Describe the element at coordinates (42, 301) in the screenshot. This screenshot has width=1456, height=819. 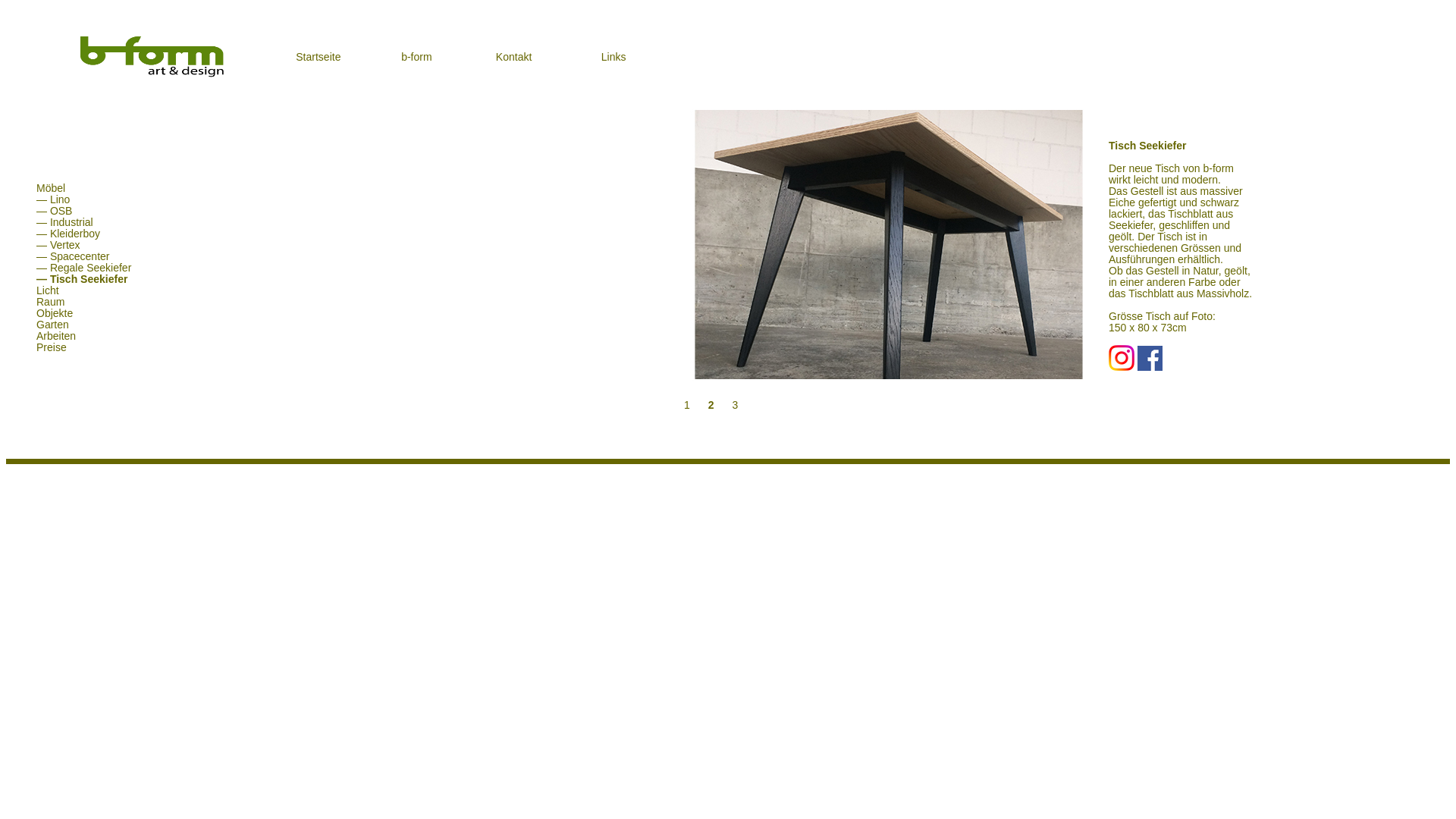
I see `'Raum'` at that location.